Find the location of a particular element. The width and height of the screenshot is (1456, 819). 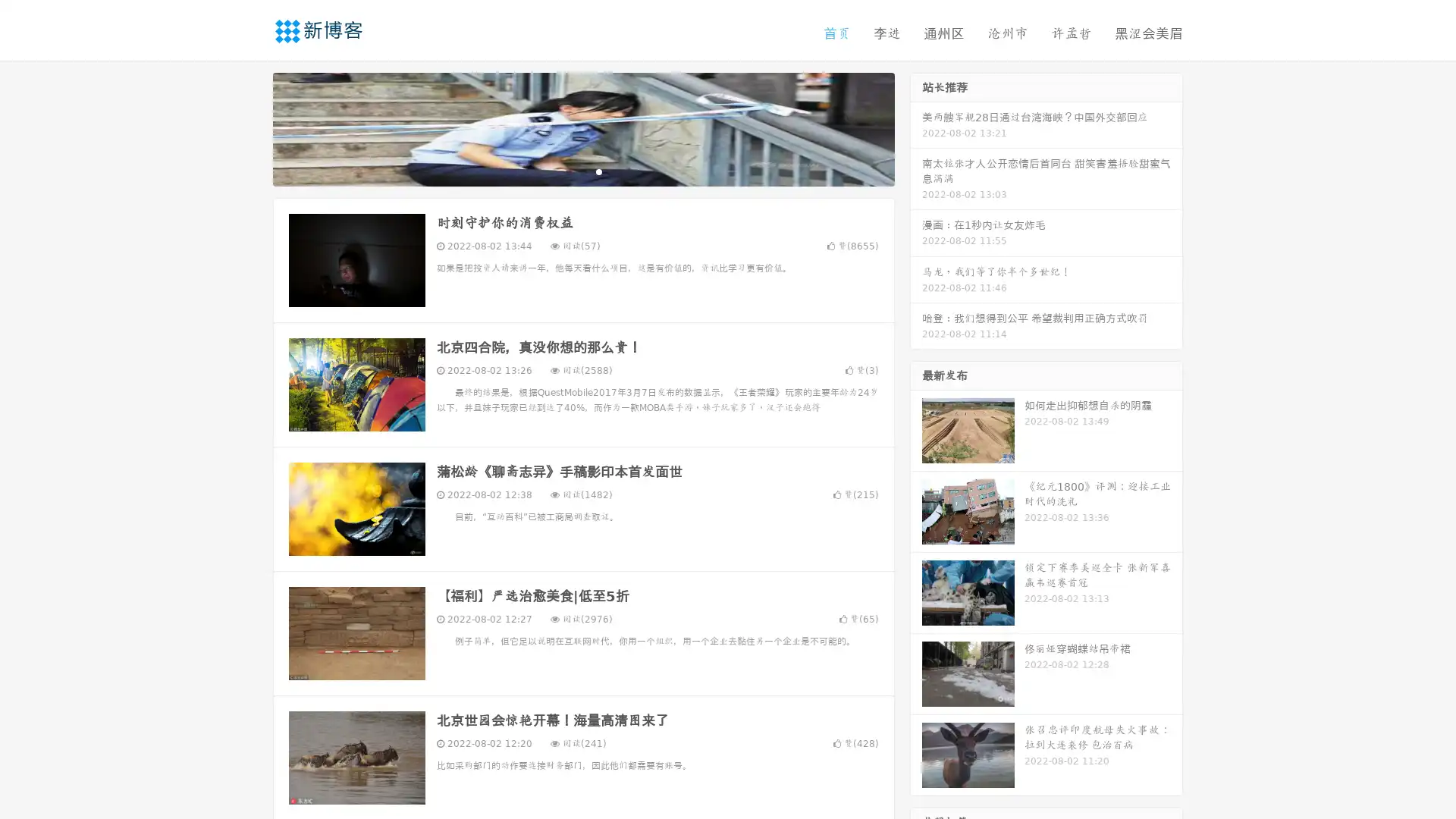

Previous slide is located at coordinates (250, 127).